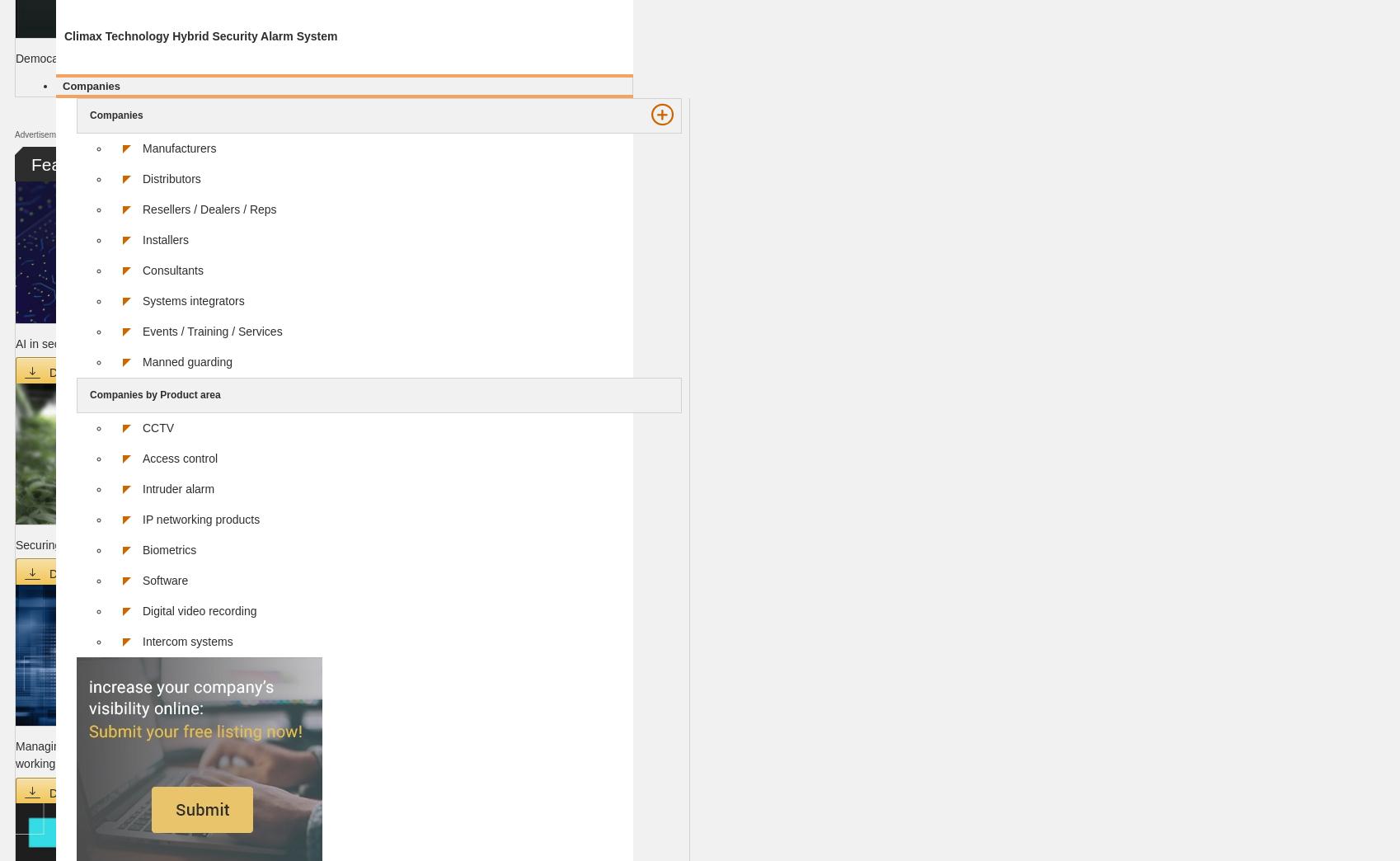 The height and width of the screenshot is (861, 1400). What do you see at coordinates (143, 360) in the screenshot?
I see `'Manned guarding'` at bounding box center [143, 360].